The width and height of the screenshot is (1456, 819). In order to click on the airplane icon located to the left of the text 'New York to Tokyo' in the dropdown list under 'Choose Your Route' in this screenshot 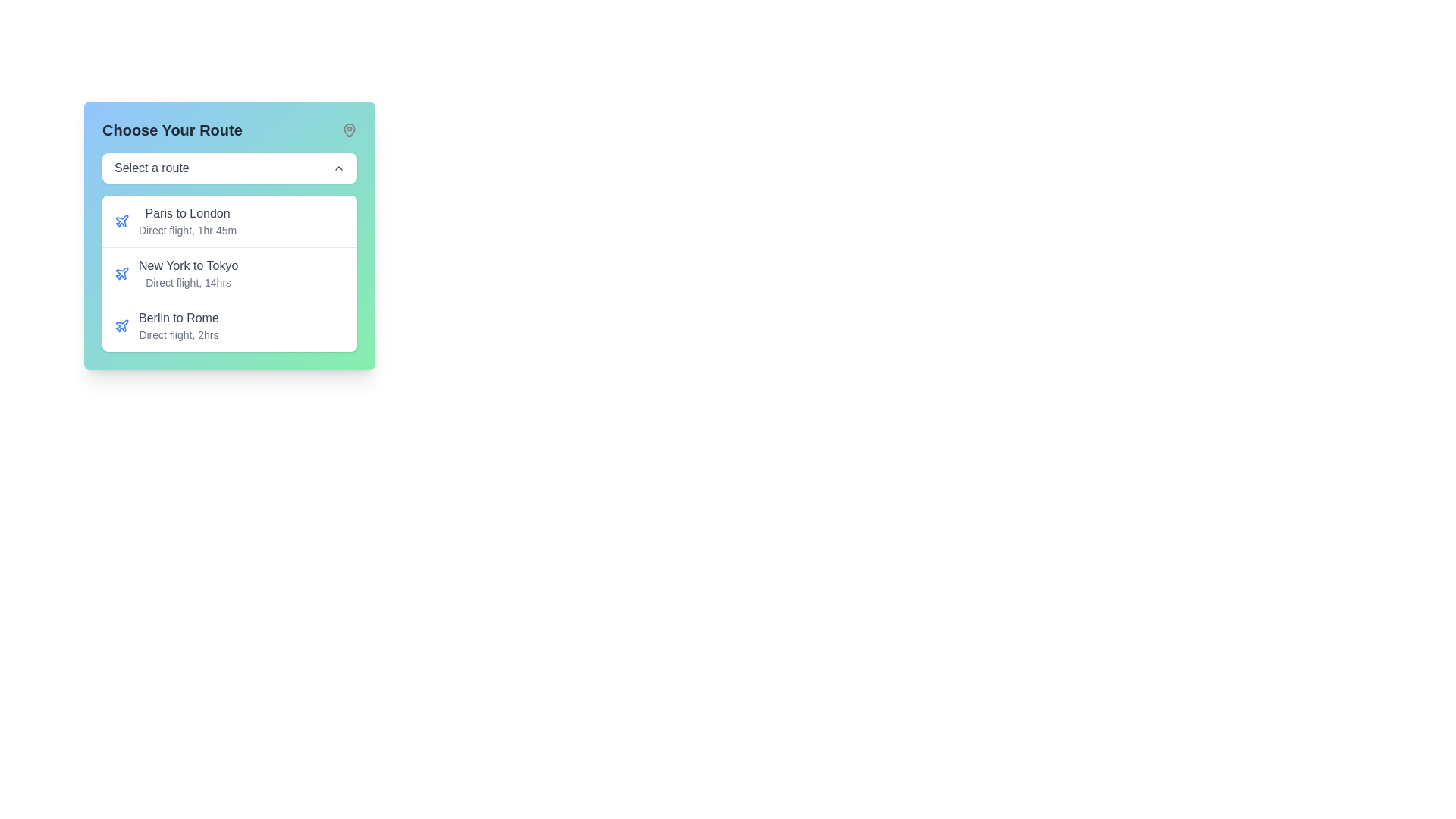, I will do `click(122, 221)`.